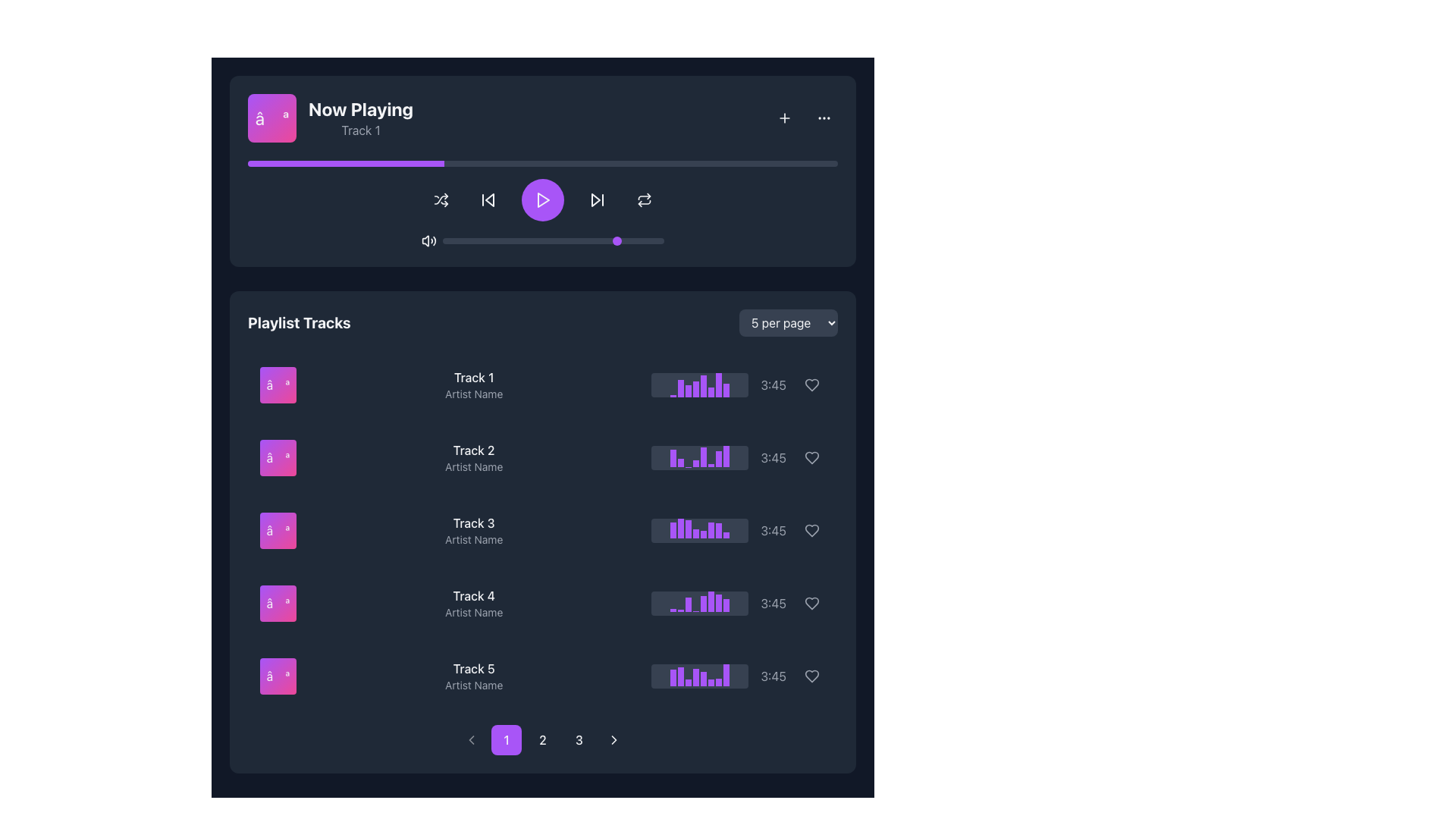 This screenshot has height=819, width=1456. Describe the element at coordinates (473, 685) in the screenshot. I see `the informational text label displaying the artist's name for the fifth track in the playlist, located in the fifth row underneath 'Track 5'` at that location.